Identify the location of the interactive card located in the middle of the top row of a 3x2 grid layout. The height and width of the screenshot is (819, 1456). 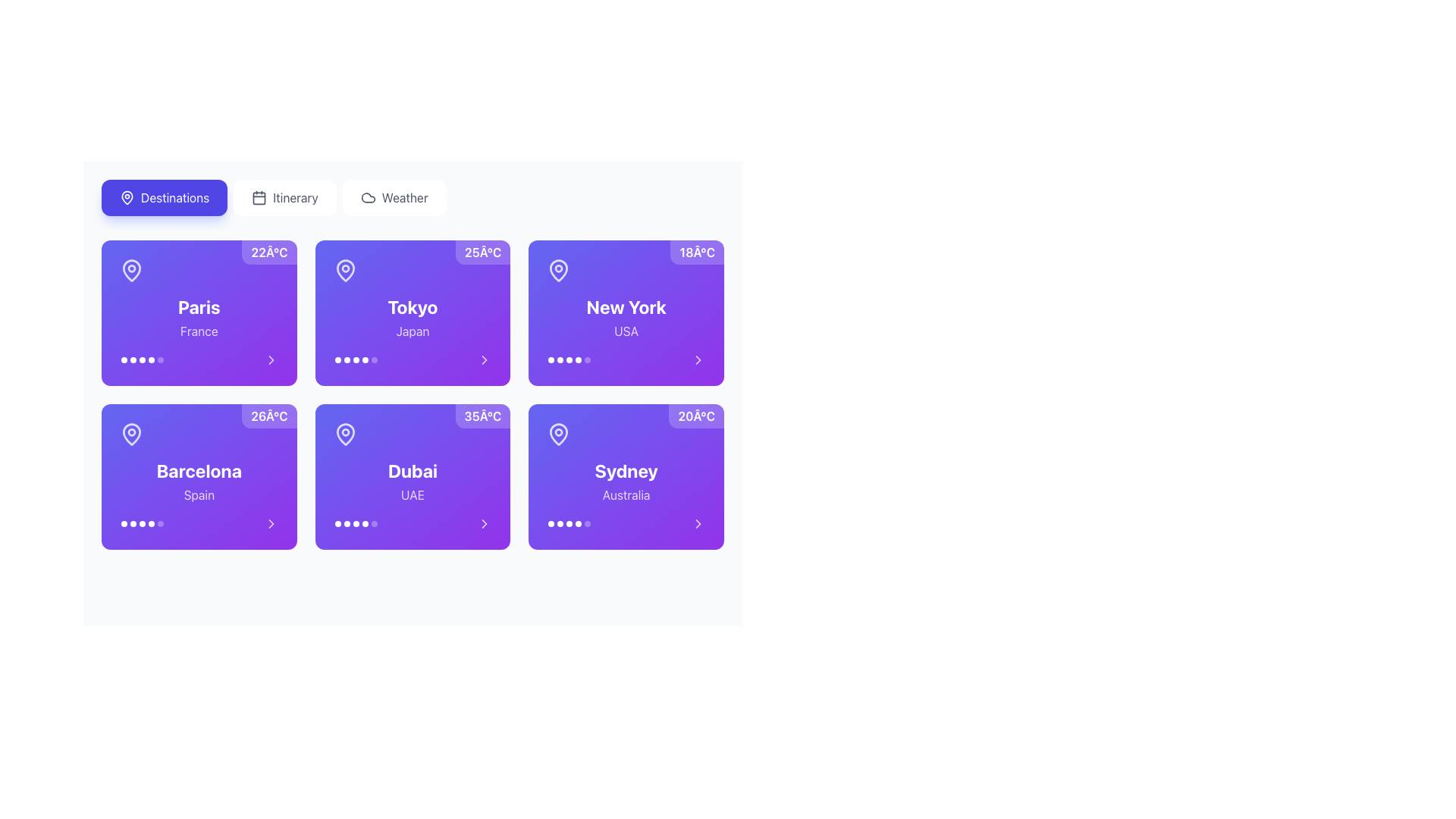
(626, 312).